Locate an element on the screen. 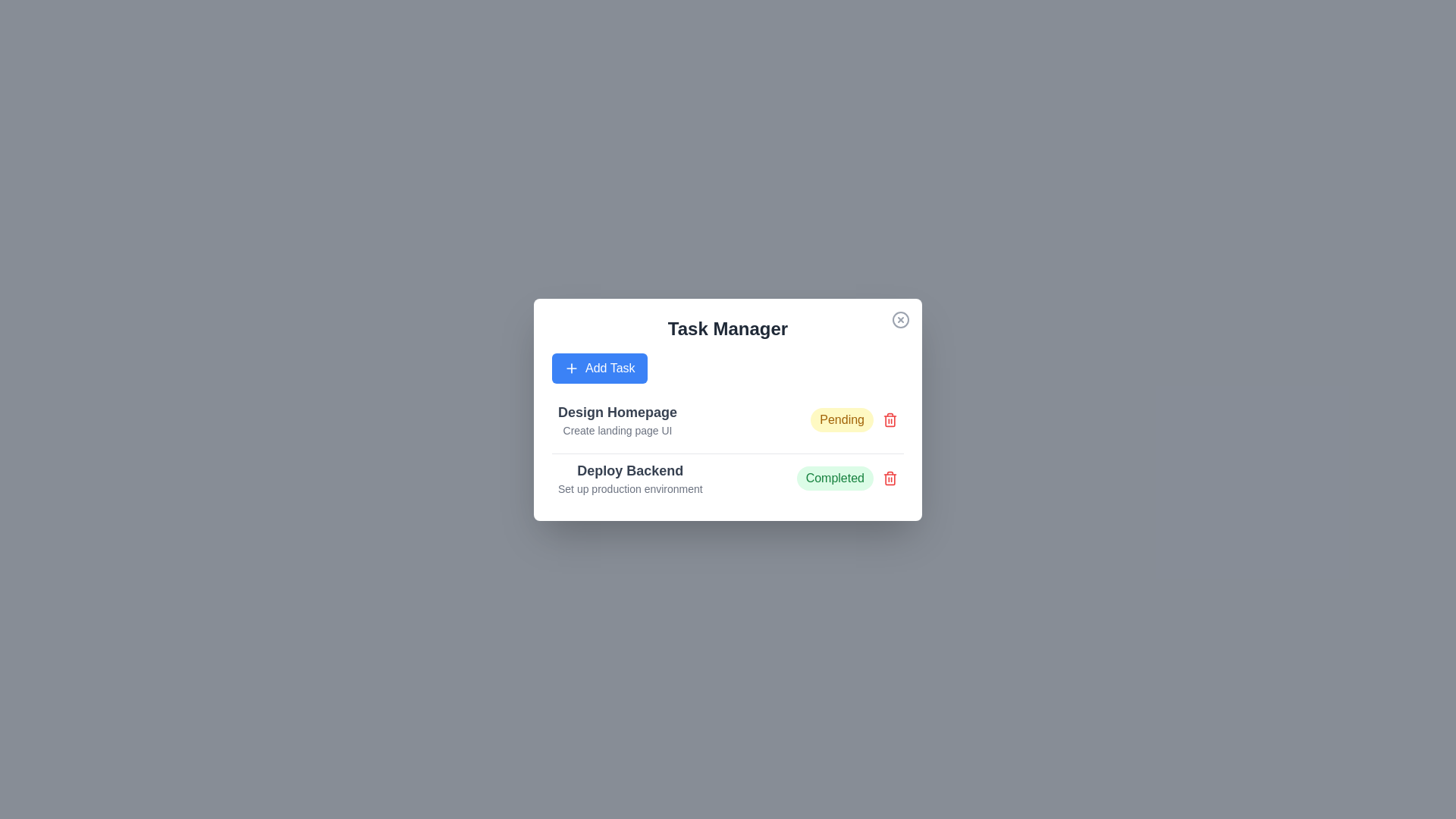  the trash can icon for the delete action located at the bottom right of the 'Deploy Backend' task row is located at coordinates (890, 479).